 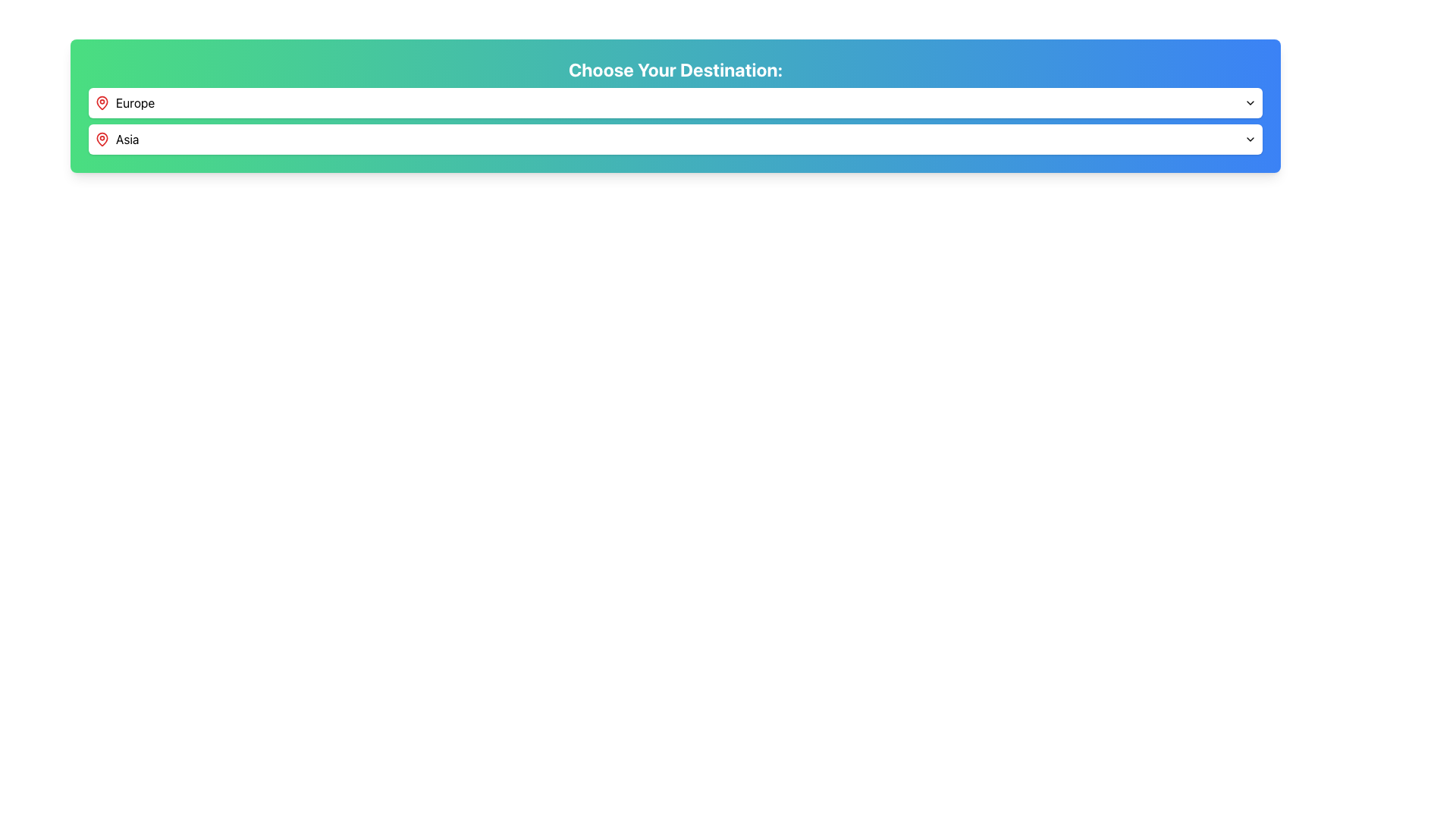 I want to click on the first option item labeled 'Europe', which contains a red map pin icon and is positioned in a horizontal layout with a white background, so click(x=124, y=102).